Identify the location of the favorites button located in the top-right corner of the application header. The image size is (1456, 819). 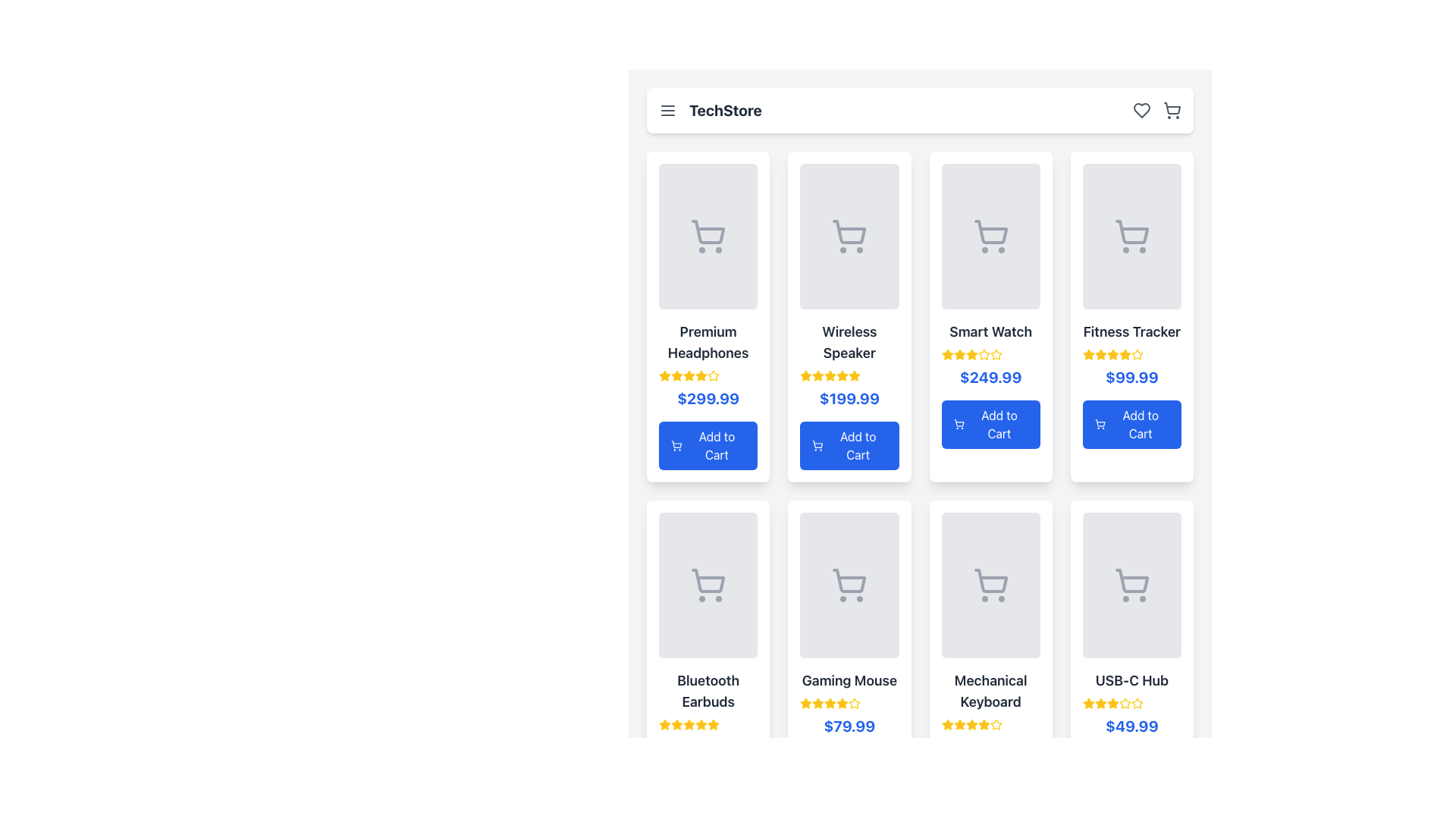
(1142, 110).